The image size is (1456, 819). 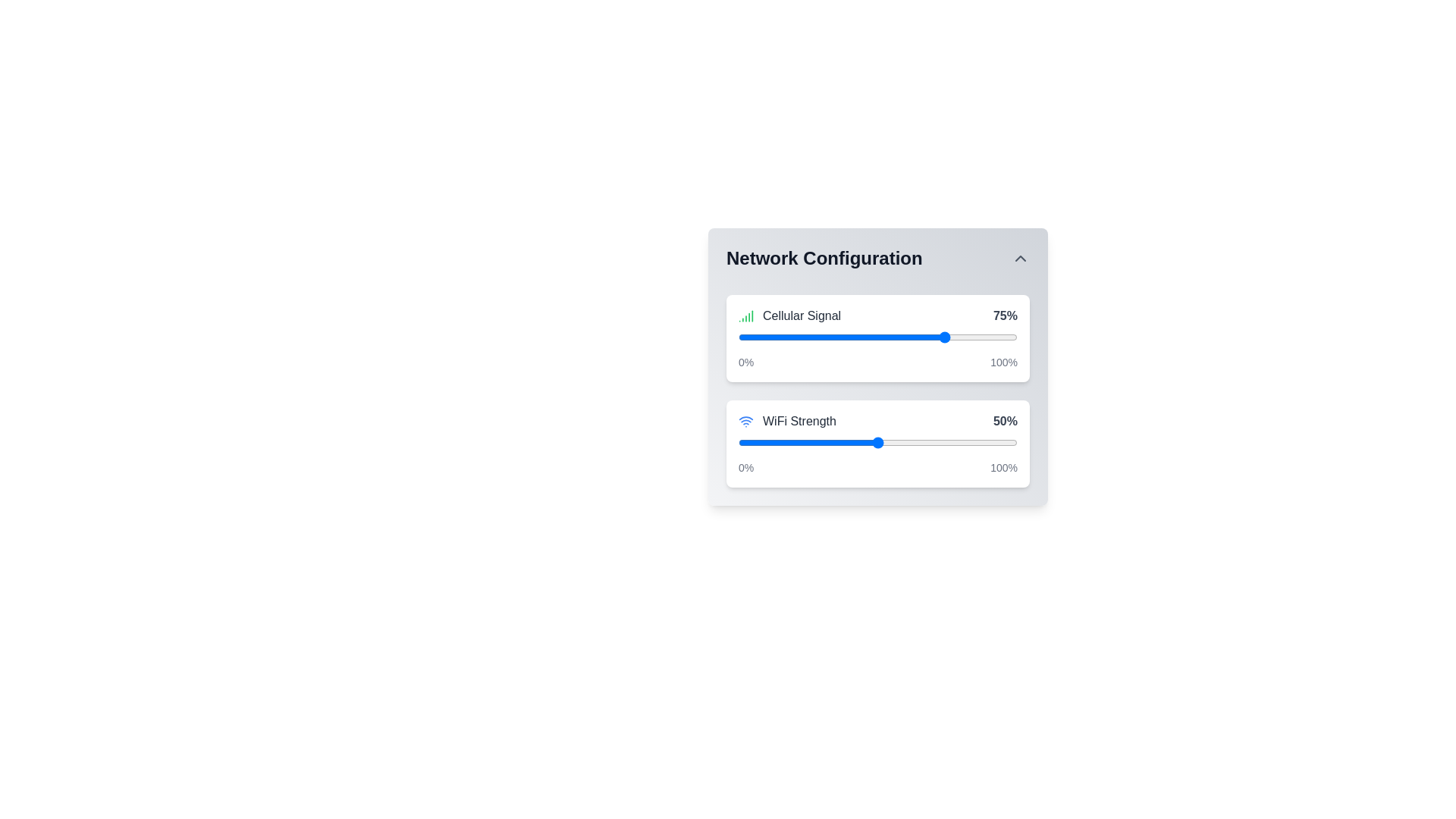 What do you see at coordinates (1005, 421) in the screenshot?
I see `the WiFi strength text label that displays the current connectivity percentage` at bounding box center [1005, 421].